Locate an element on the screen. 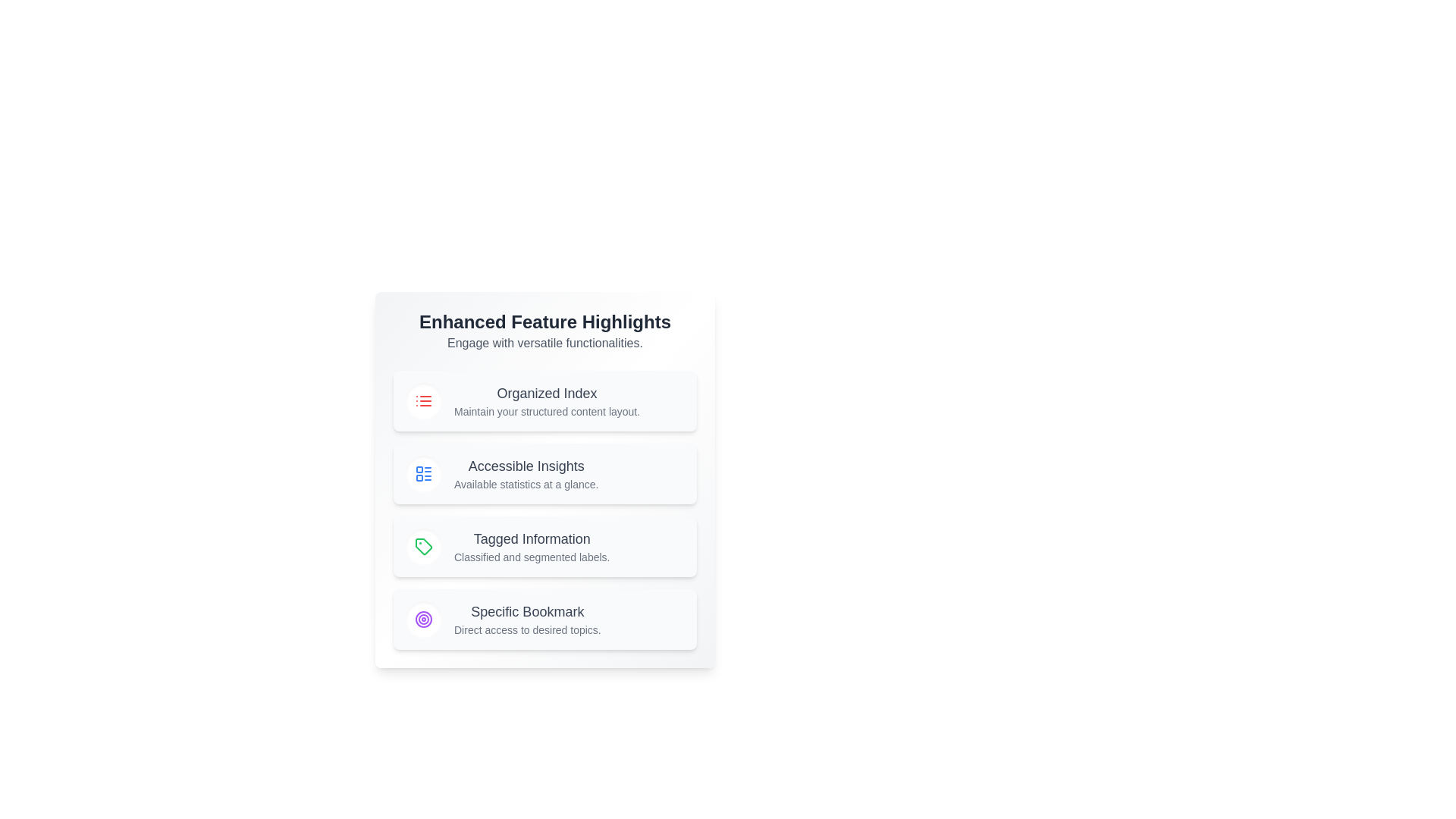  the feature item titled 'Accessible Insights' is located at coordinates (545, 472).